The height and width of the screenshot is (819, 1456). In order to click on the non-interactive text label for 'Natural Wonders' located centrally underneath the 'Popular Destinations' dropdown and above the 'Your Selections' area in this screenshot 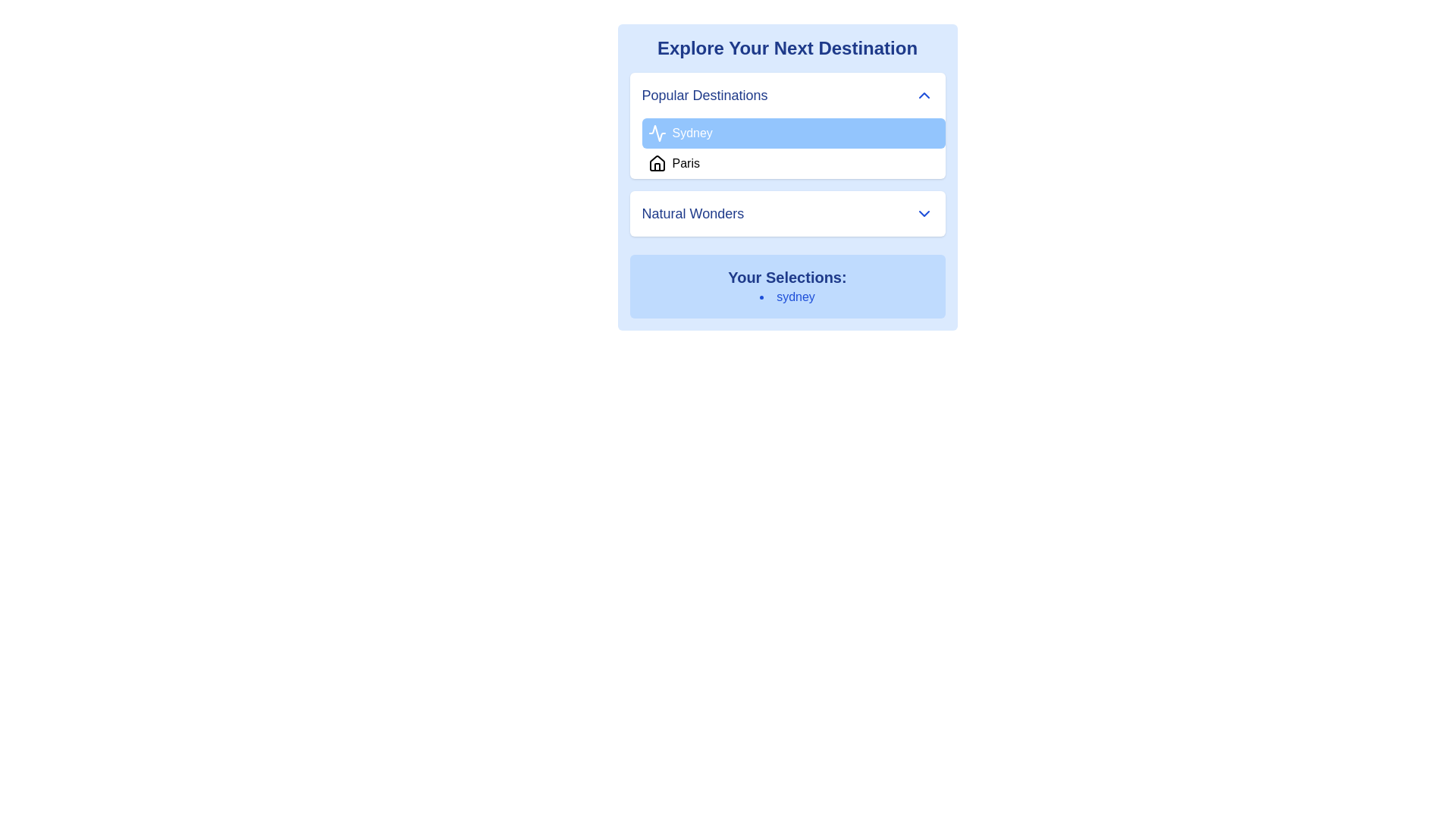, I will do `click(692, 213)`.